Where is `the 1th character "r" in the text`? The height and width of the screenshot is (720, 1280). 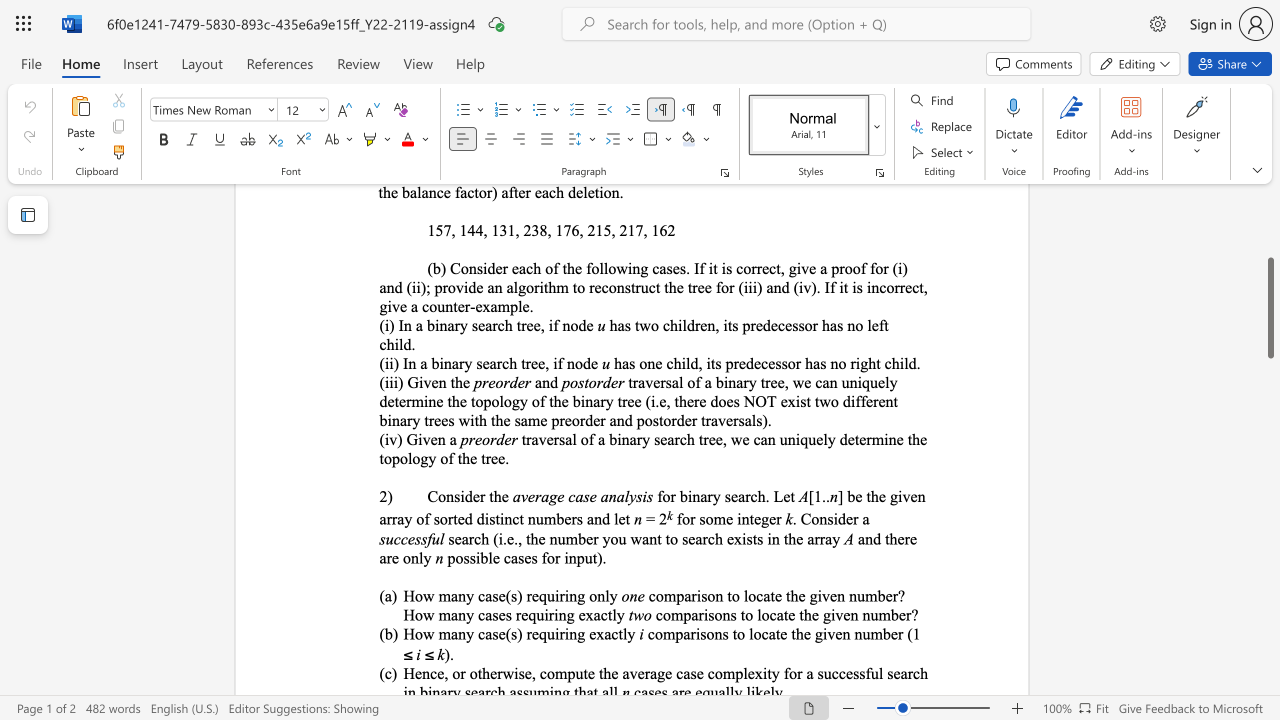
the 1th character "r" in the text is located at coordinates (692, 518).